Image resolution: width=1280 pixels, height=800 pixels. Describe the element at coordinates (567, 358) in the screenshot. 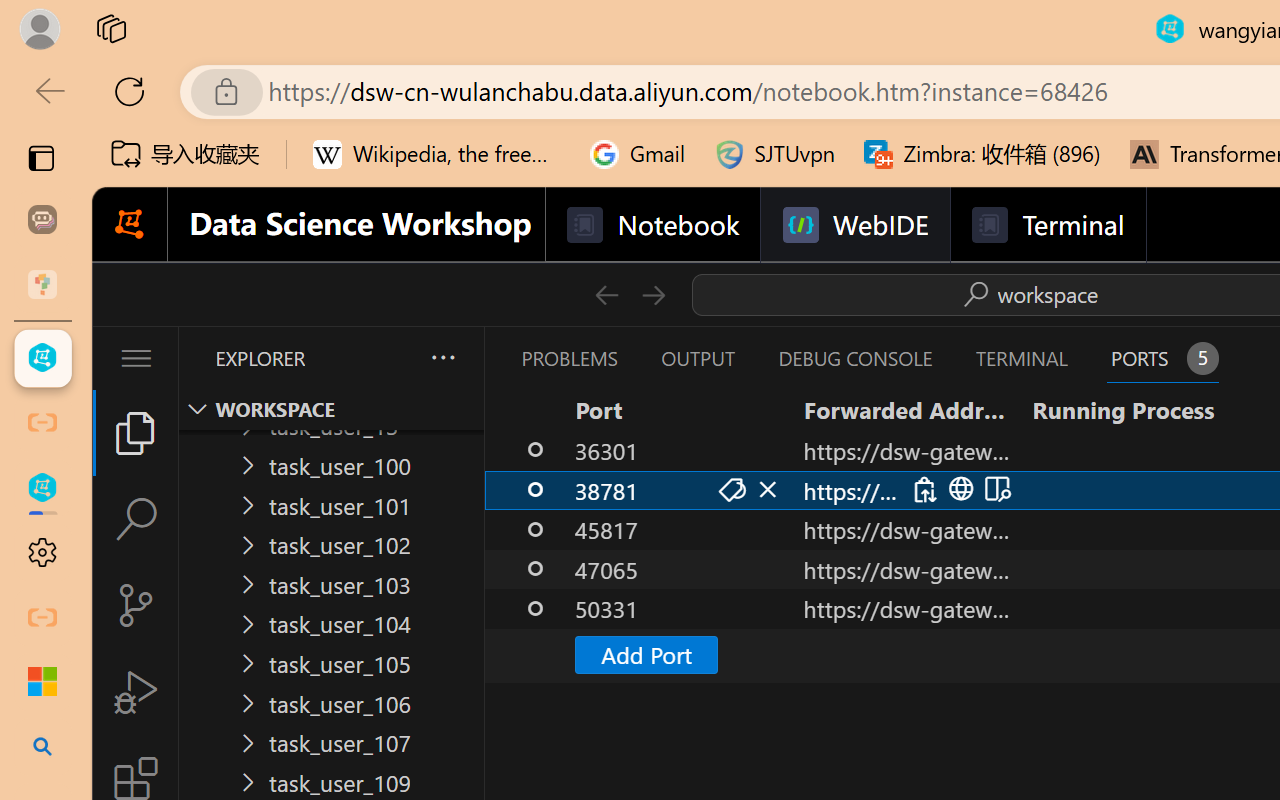

I see `'Problems (Ctrl+Shift+M)'` at that location.